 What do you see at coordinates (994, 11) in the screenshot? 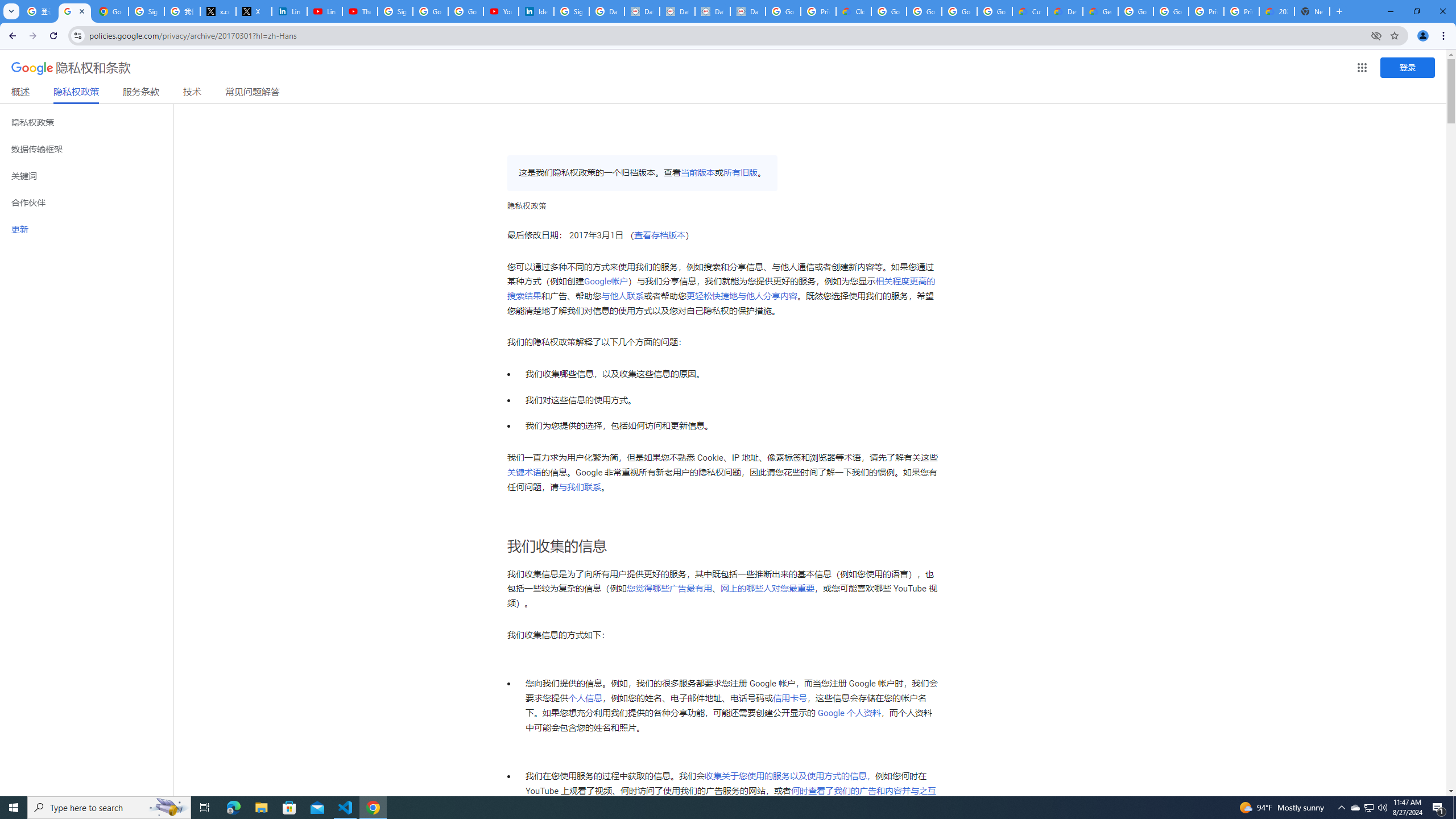
I see `'Google Workspace - Specific Terms'` at bounding box center [994, 11].